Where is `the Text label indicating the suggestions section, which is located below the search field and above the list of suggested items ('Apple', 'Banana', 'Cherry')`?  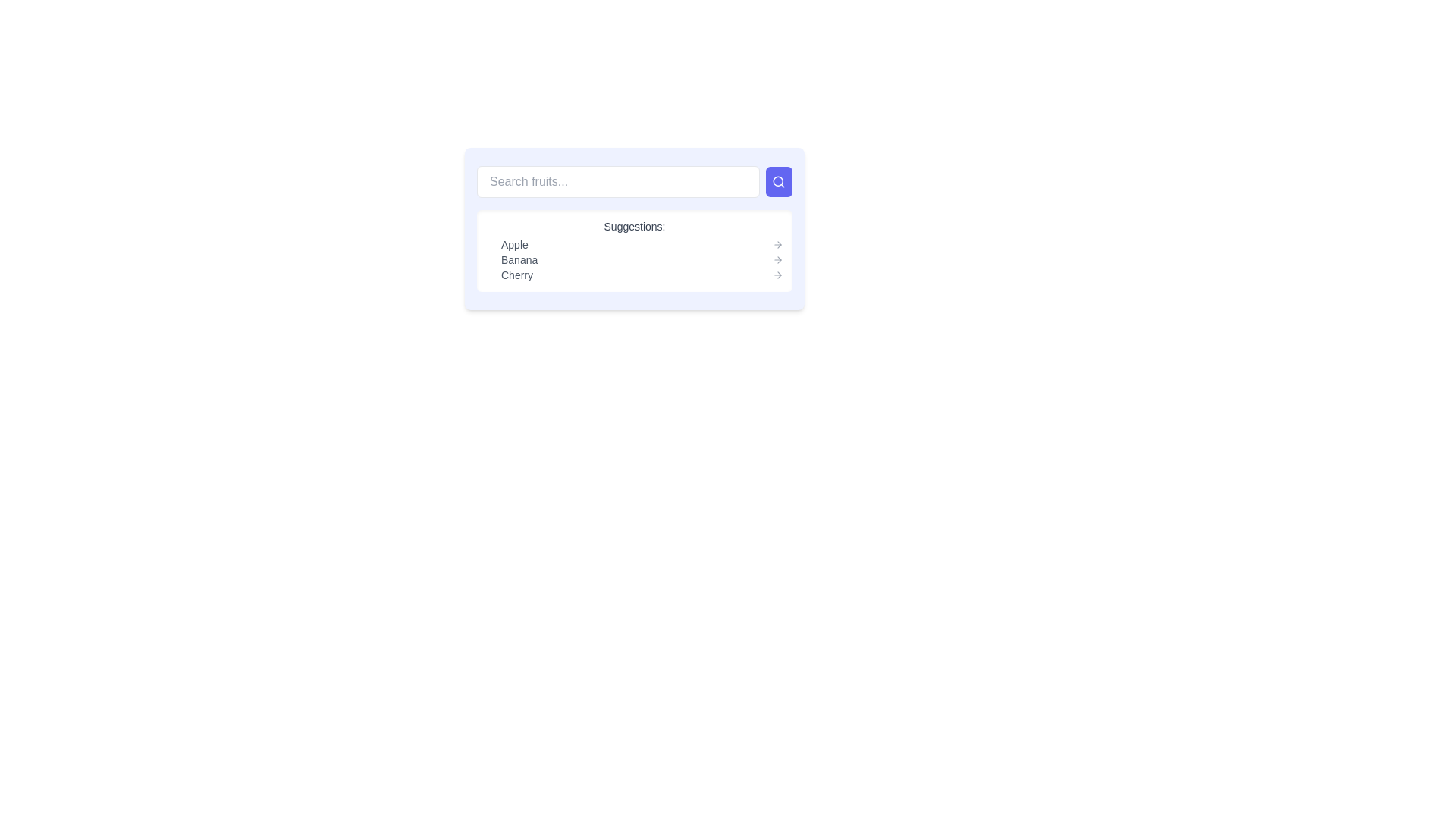
the Text label indicating the suggestions section, which is located below the search field and above the list of suggested items ('Apple', 'Banana', 'Cherry') is located at coordinates (634, 228).